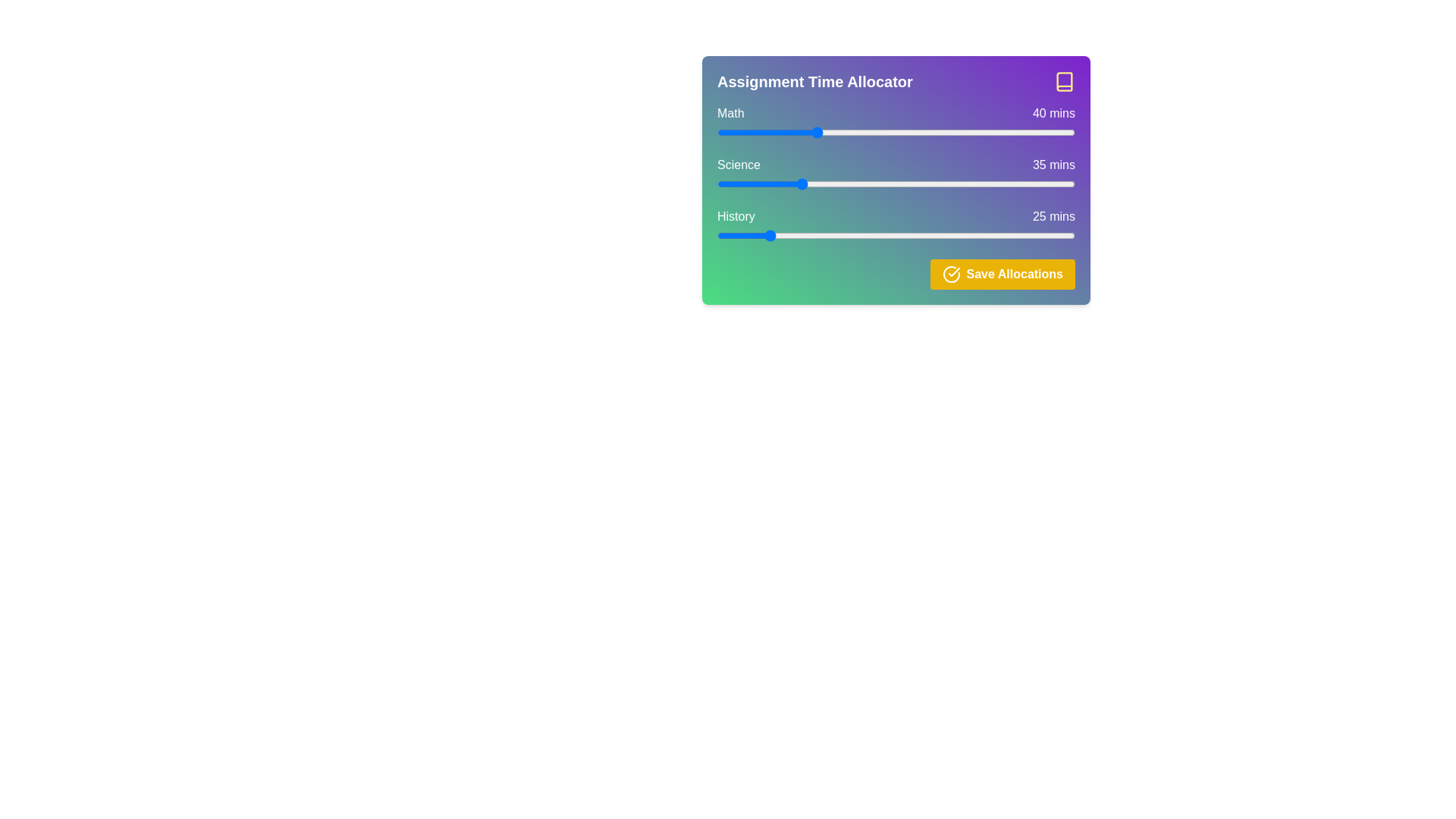  Describe the element at coordinates (794, 184) in the screenshot. I see `time allocation for Science` at that location.